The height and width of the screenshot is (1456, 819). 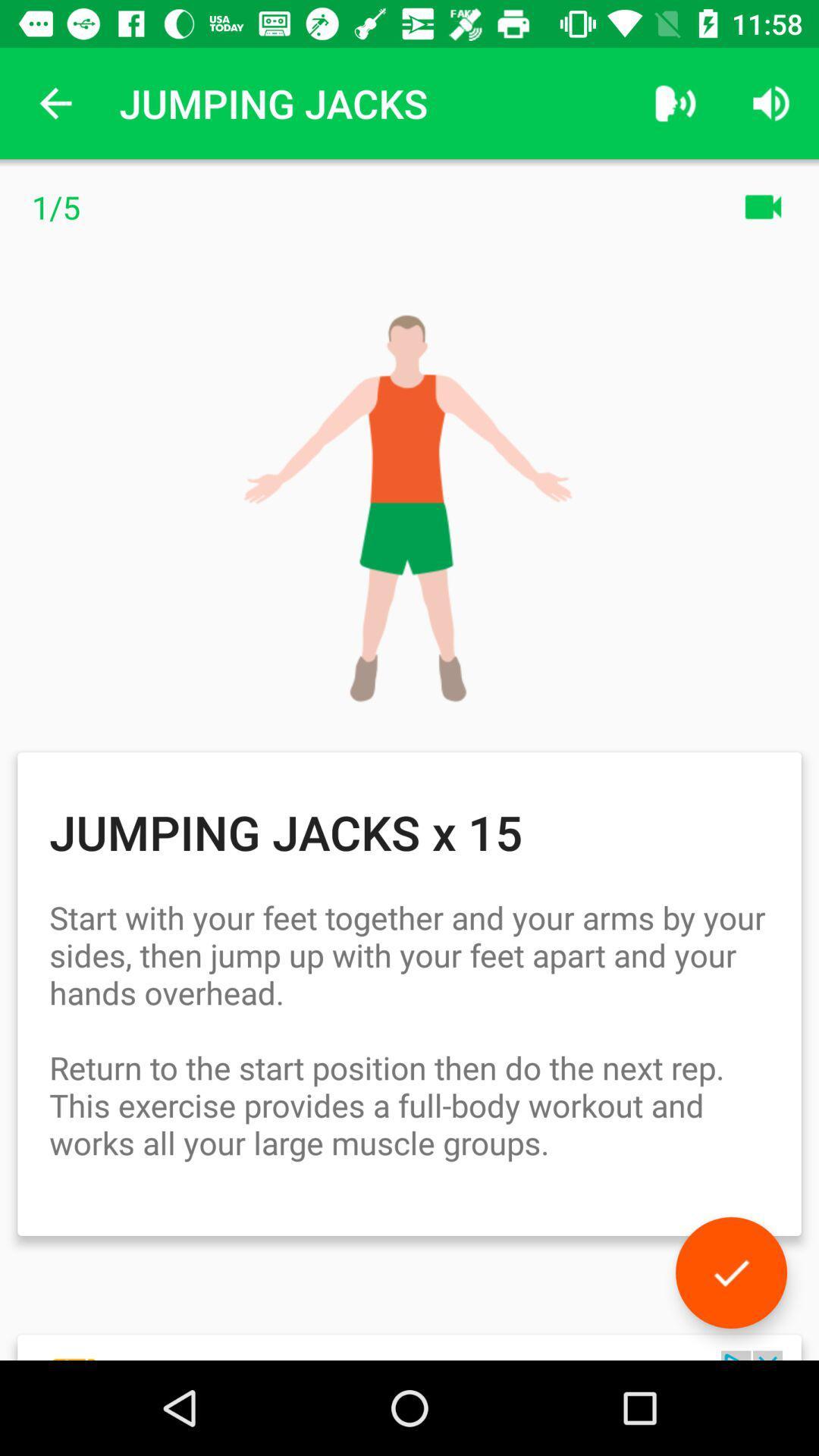 I want to click on the check icon, so click(x=730, y=1272).